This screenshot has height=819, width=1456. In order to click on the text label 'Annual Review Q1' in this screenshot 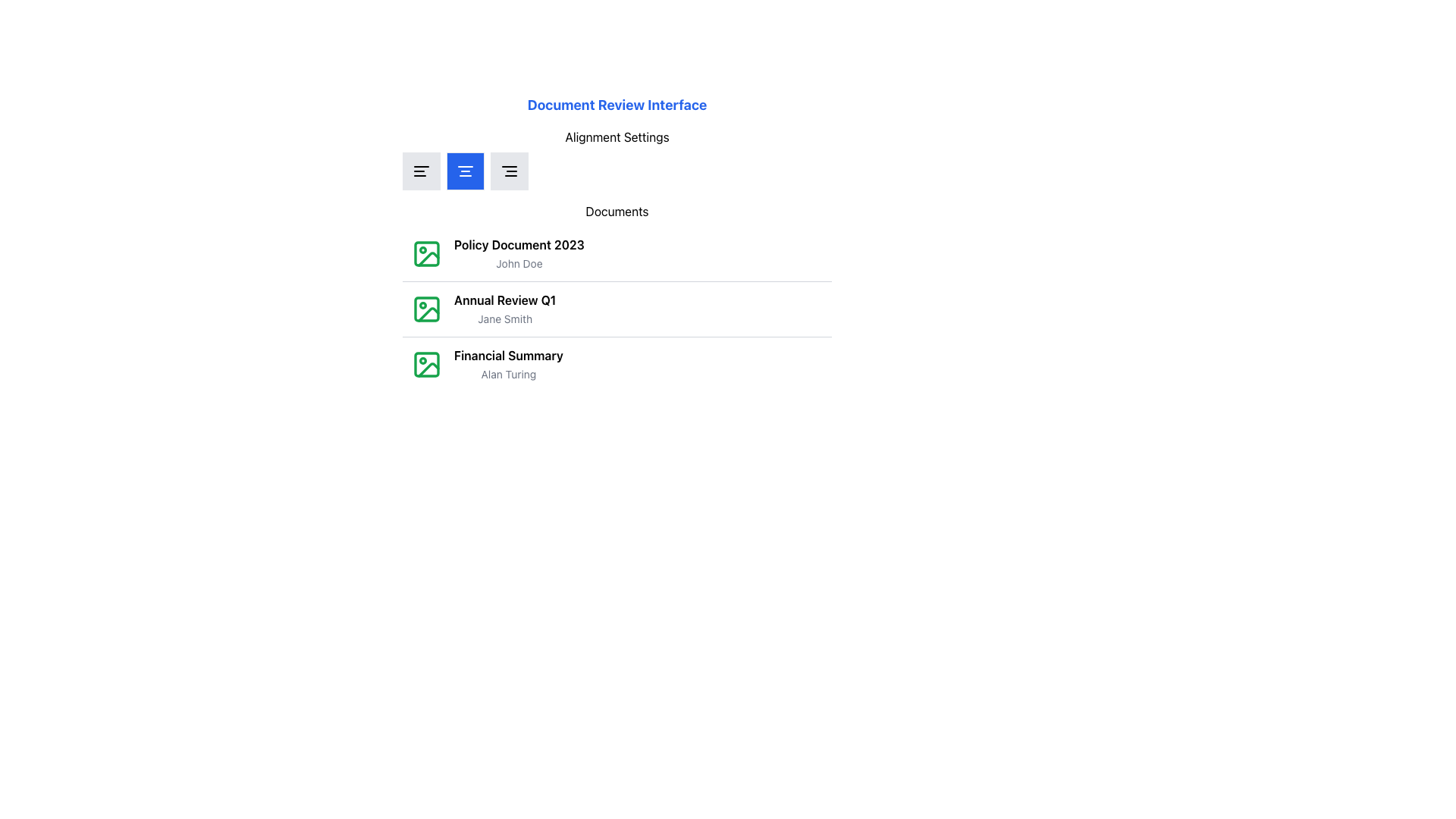, I will do `click(505, 300)`.